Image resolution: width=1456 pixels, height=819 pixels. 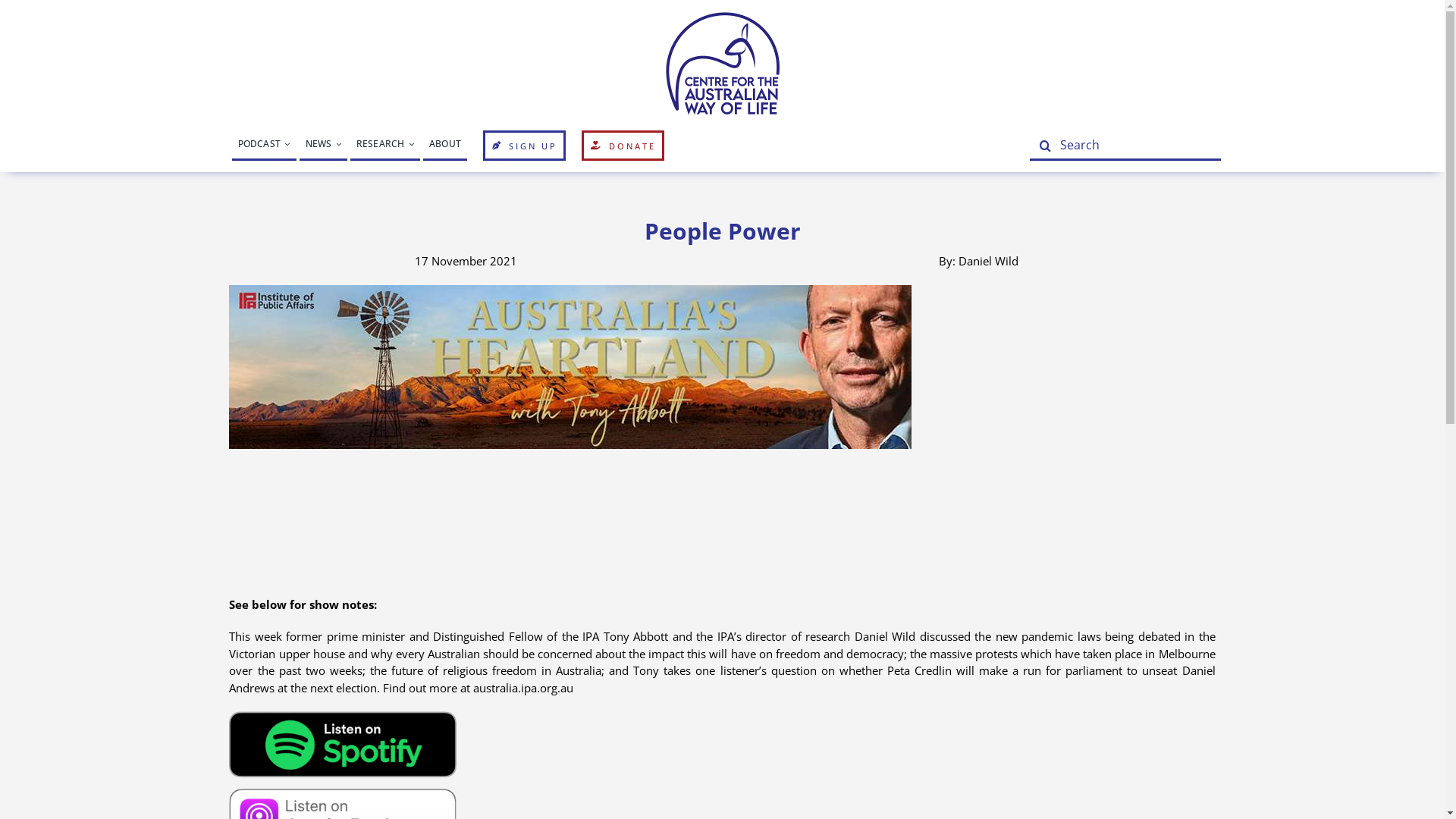 I want to click on 'RESEARCH', so click(x=385, y=146).